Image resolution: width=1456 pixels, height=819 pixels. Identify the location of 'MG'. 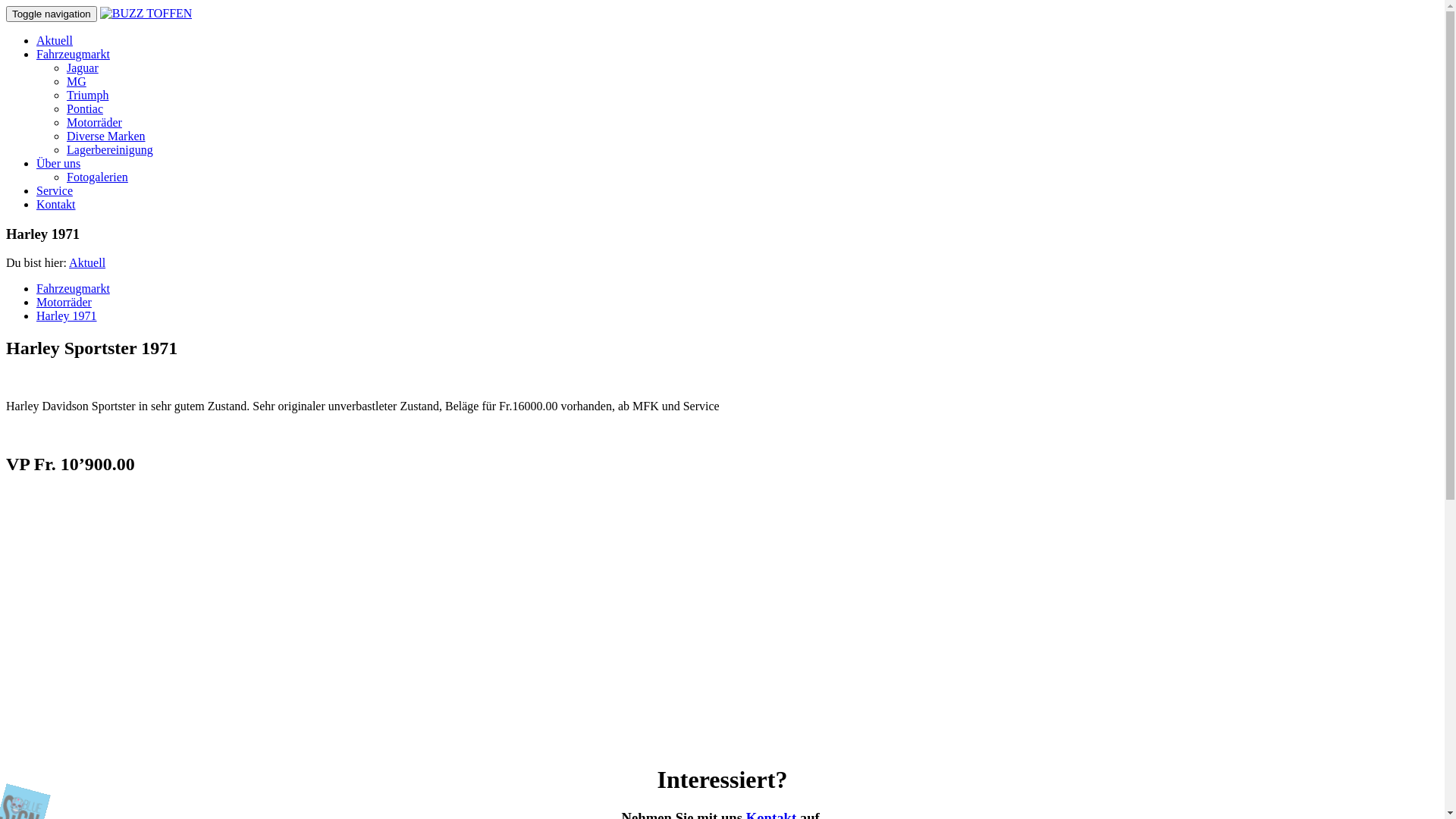
(65, 81).